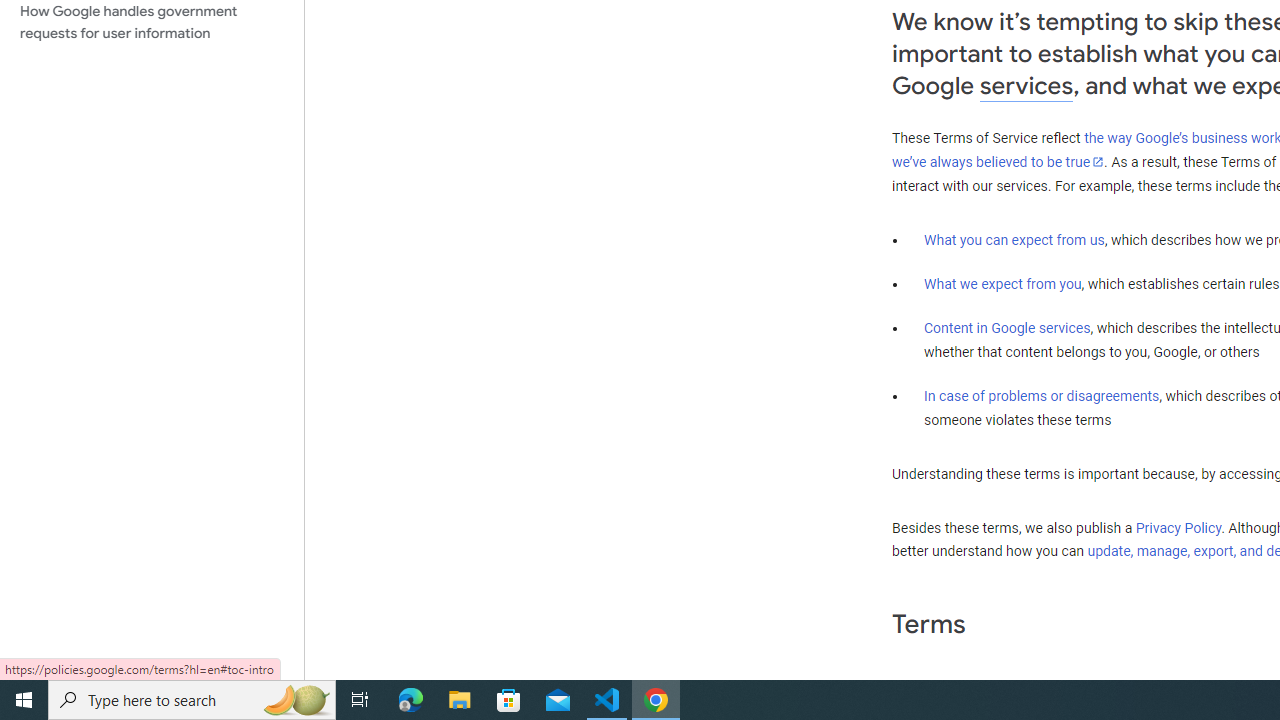 This screenshot has height=720, width=1280. Describe the element at coordinates (1026, 85) in the screenshot. I see `'services'` at that location.